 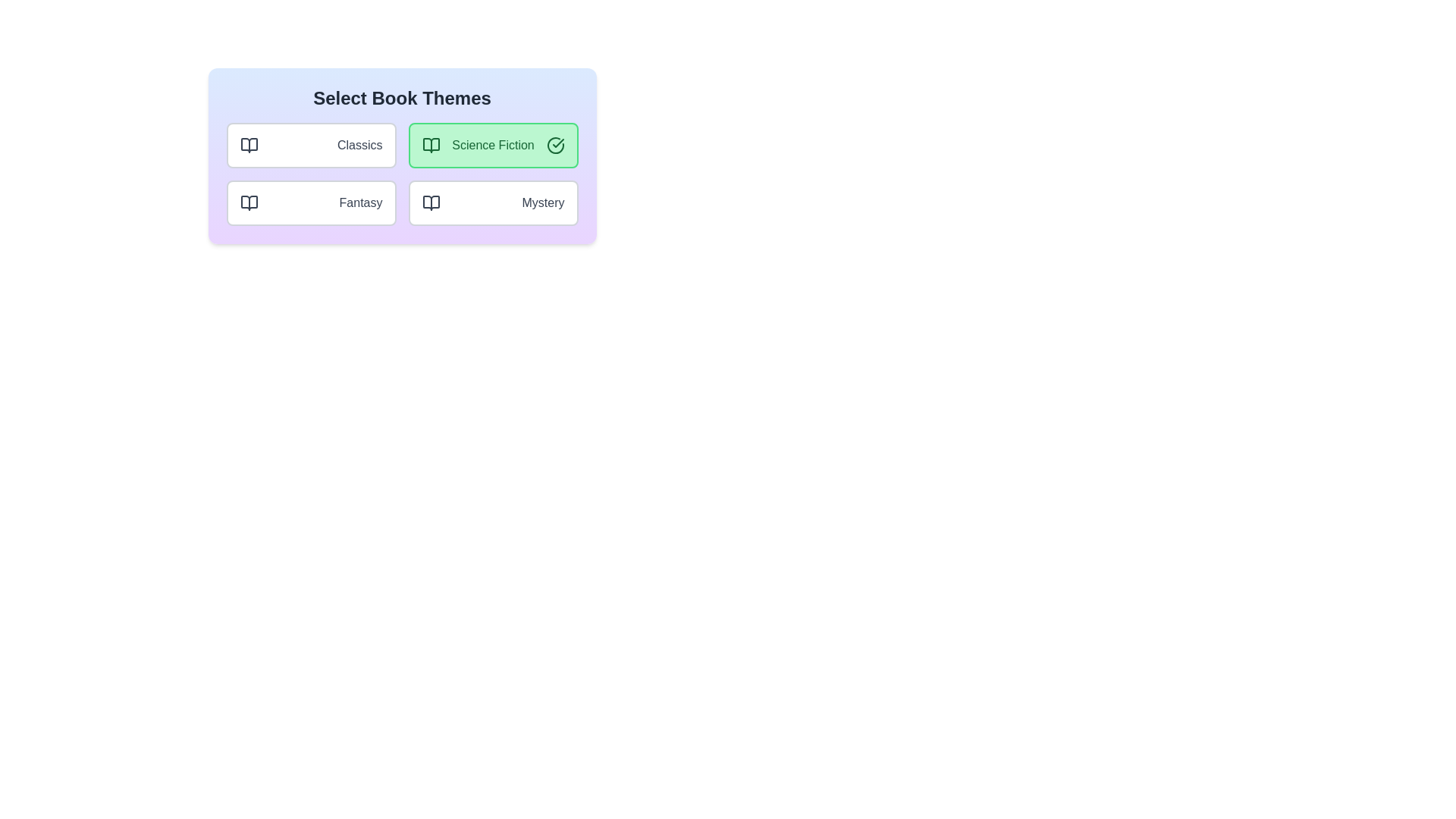 What do you see at coordinates (310, 202) in the screenshot?
I see `the theme Fantasy` at bounding box center [310, 202].